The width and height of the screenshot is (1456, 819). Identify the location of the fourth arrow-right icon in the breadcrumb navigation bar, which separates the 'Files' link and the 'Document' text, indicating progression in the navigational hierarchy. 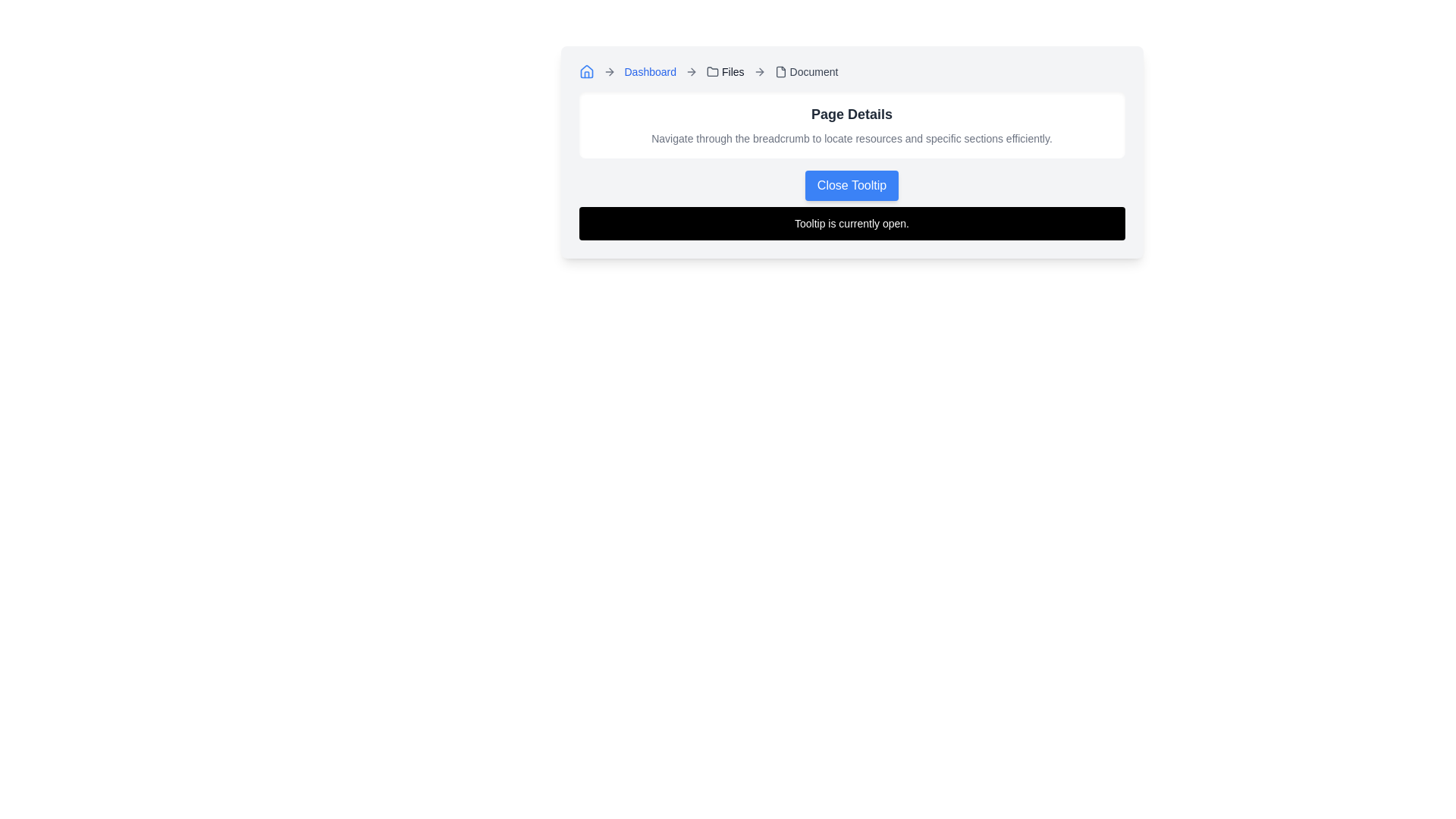
(759, 72).